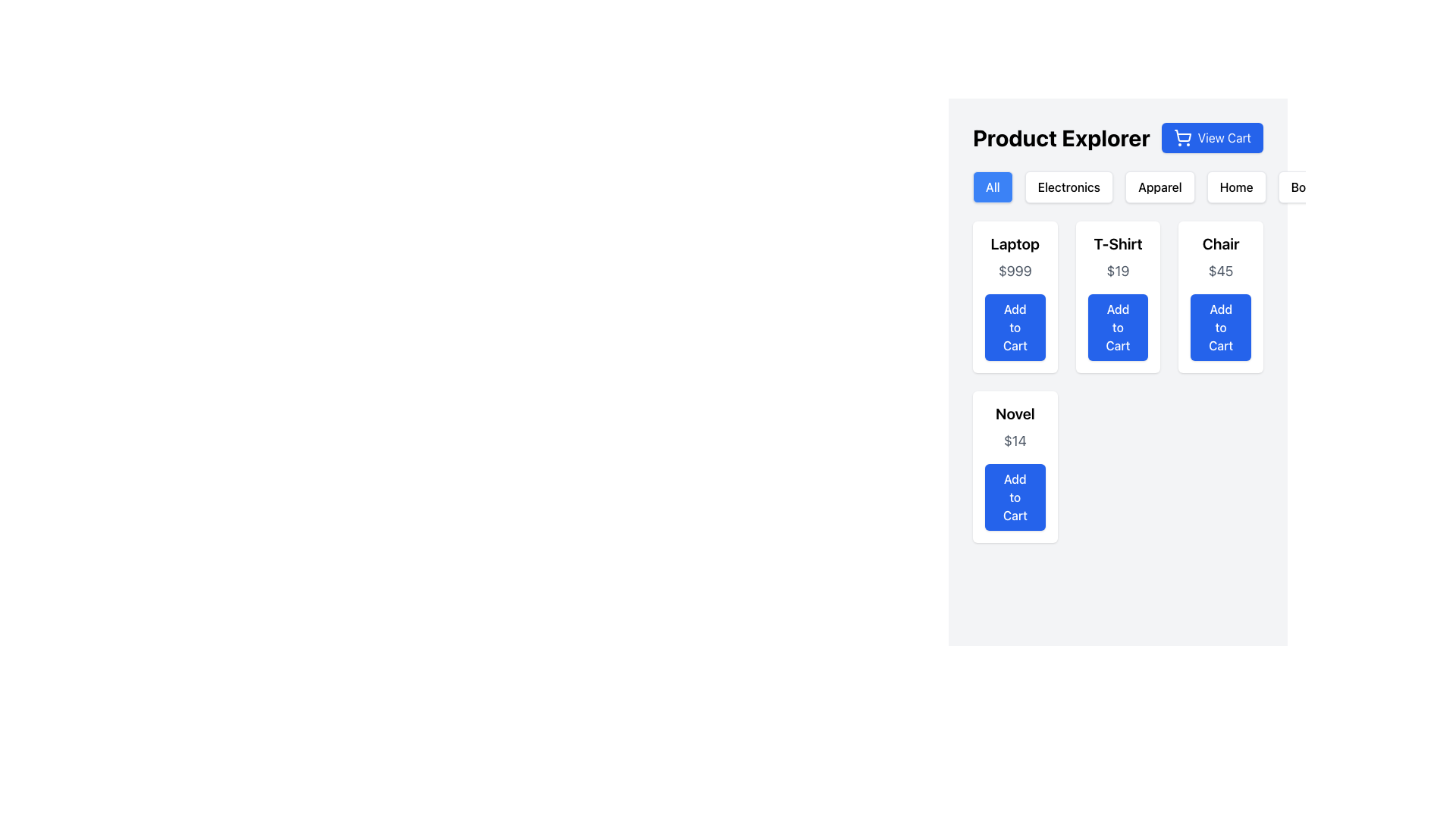 This screenshot has height=819, width=1456. What do you see at coordinates (1181, 137) in the screenshot?
I see `the 'View Cart' button which is a blue button located in the upper-right area of the interface, featuring a shopping cart icon centered within it` at bounding box center [1181, 137].